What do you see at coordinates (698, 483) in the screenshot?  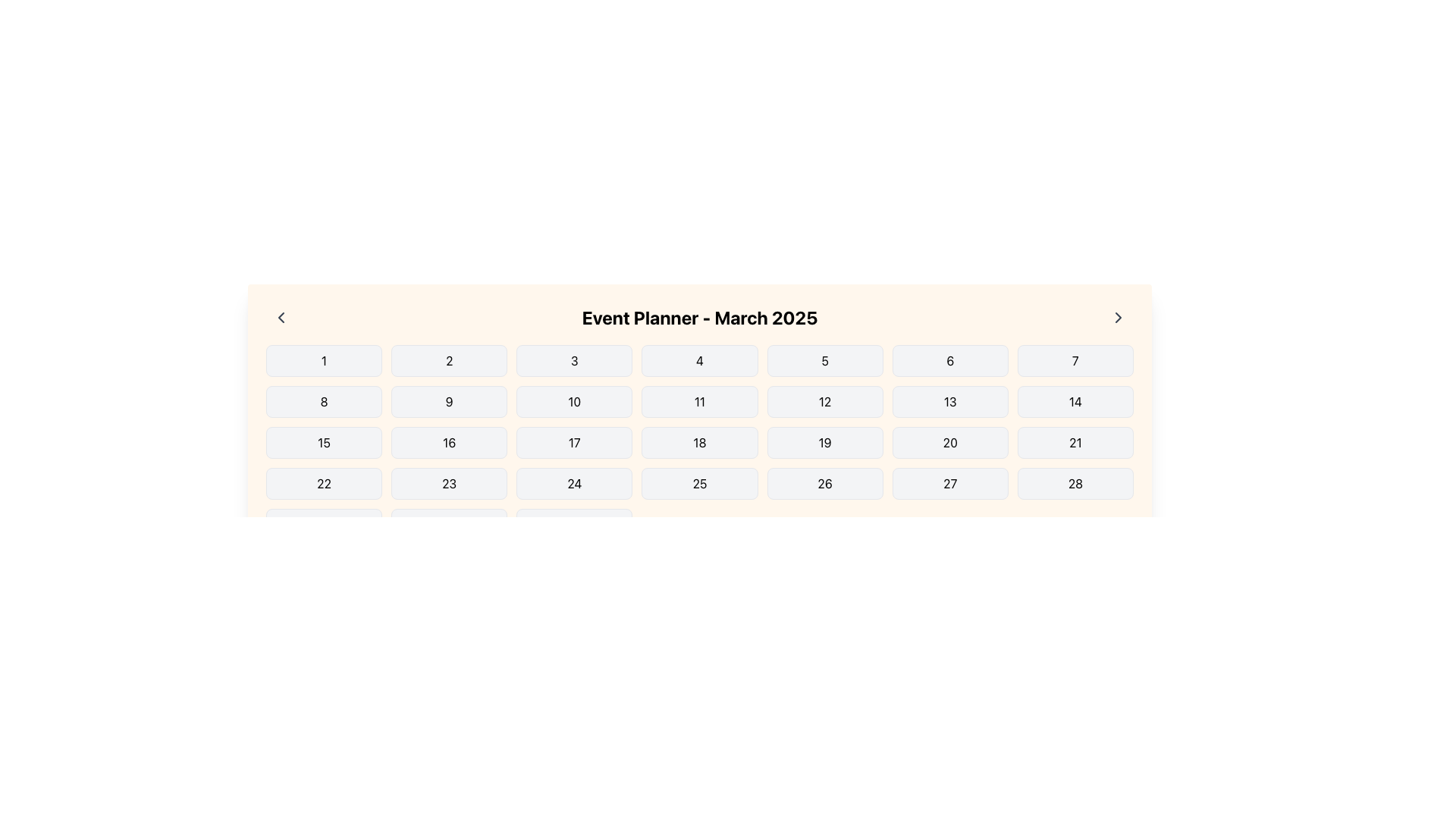 I see `the button representing the 25th day of March 2025 in the calendar, located in the fifth row and fourth column of the grid below the title 'Event Planner - March 2025'` at bounding box center [698, 483].